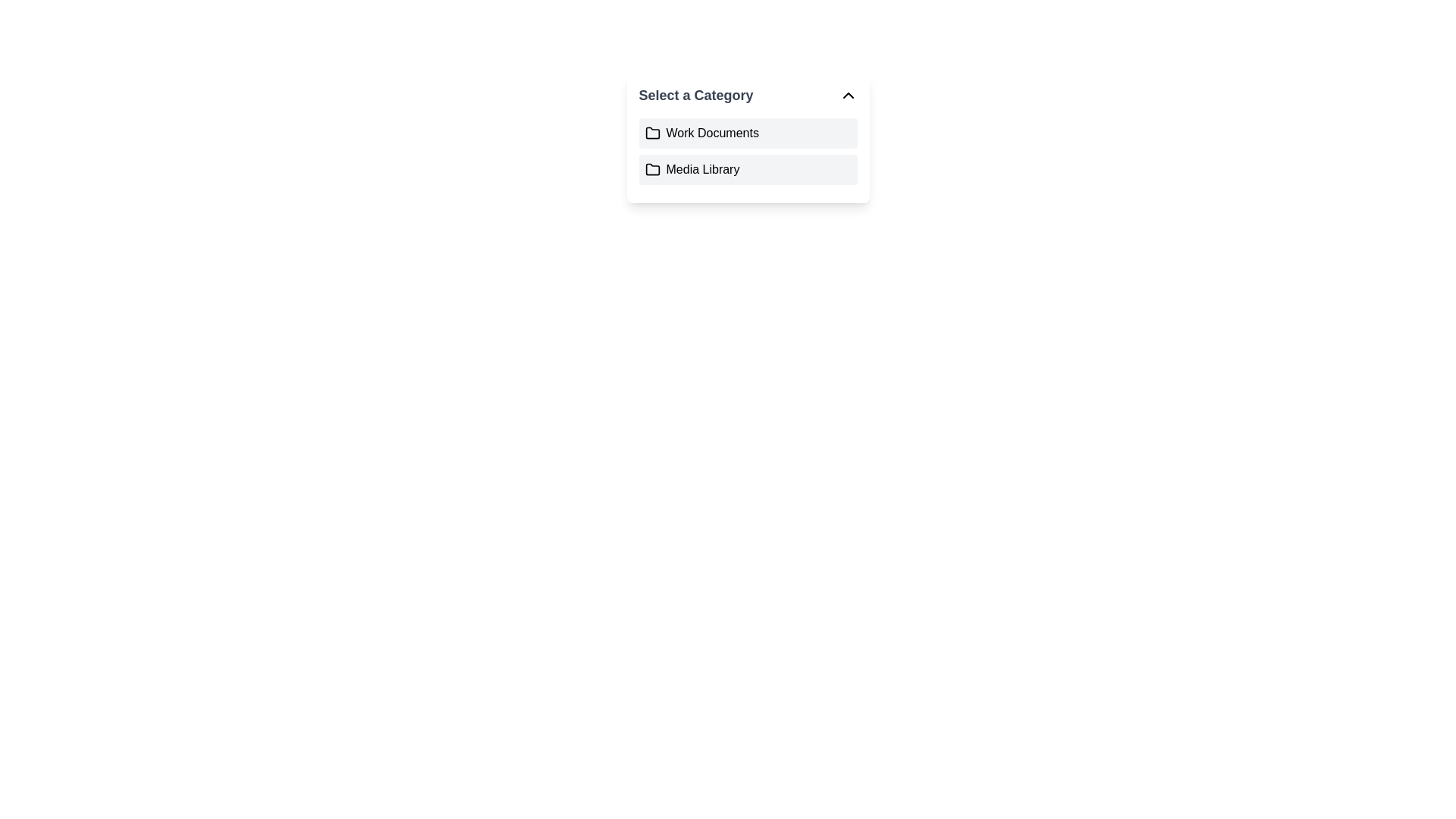  I want to click on the chevron icon located at the right end of the 'Select a Category' header, so click(847, 96).